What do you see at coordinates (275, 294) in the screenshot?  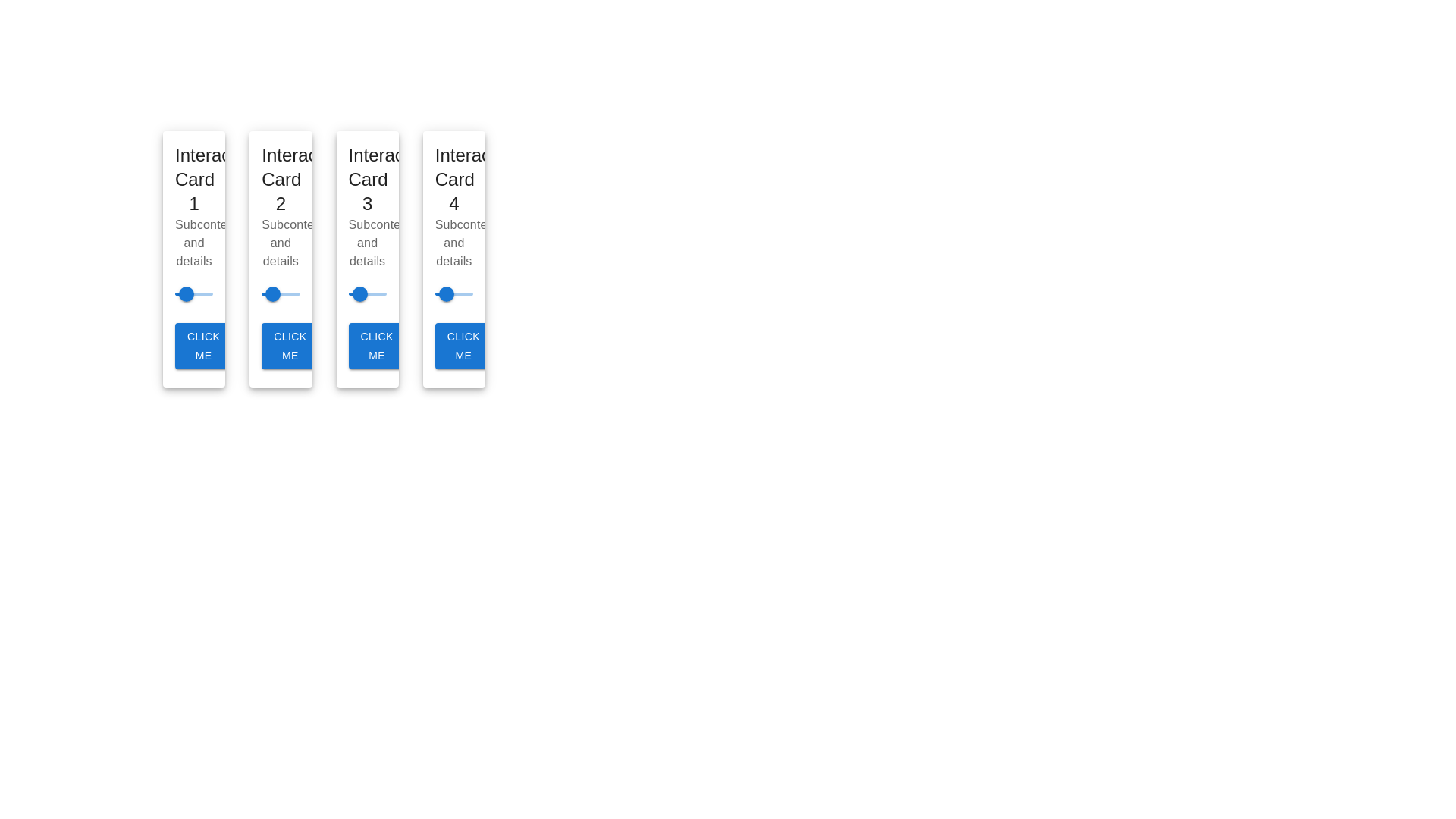 I see `the slider` at bounding box center [275, 294].